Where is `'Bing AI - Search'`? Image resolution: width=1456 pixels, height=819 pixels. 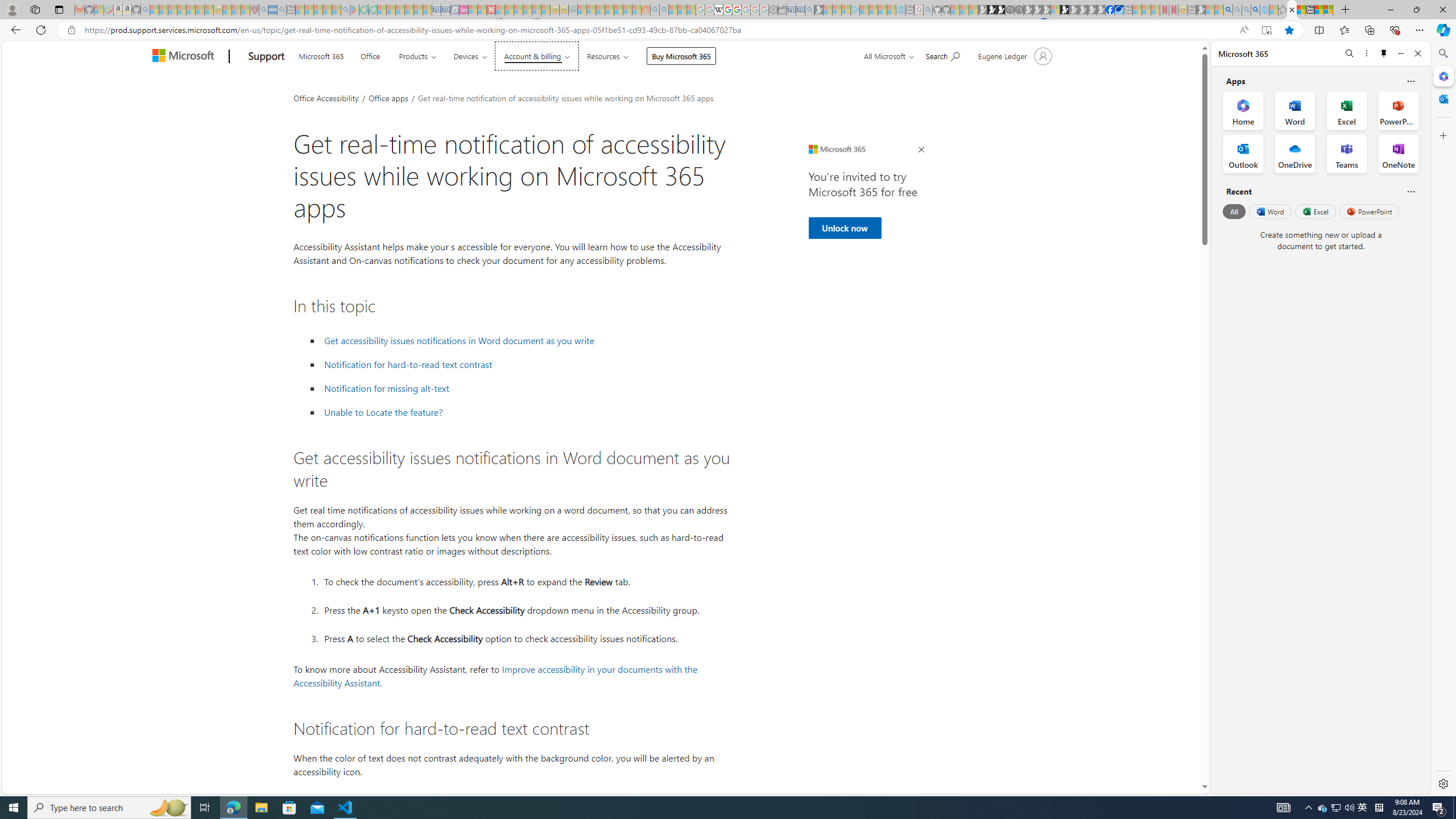 'Bing AI - Search' is located at coordinates (1228, 9).